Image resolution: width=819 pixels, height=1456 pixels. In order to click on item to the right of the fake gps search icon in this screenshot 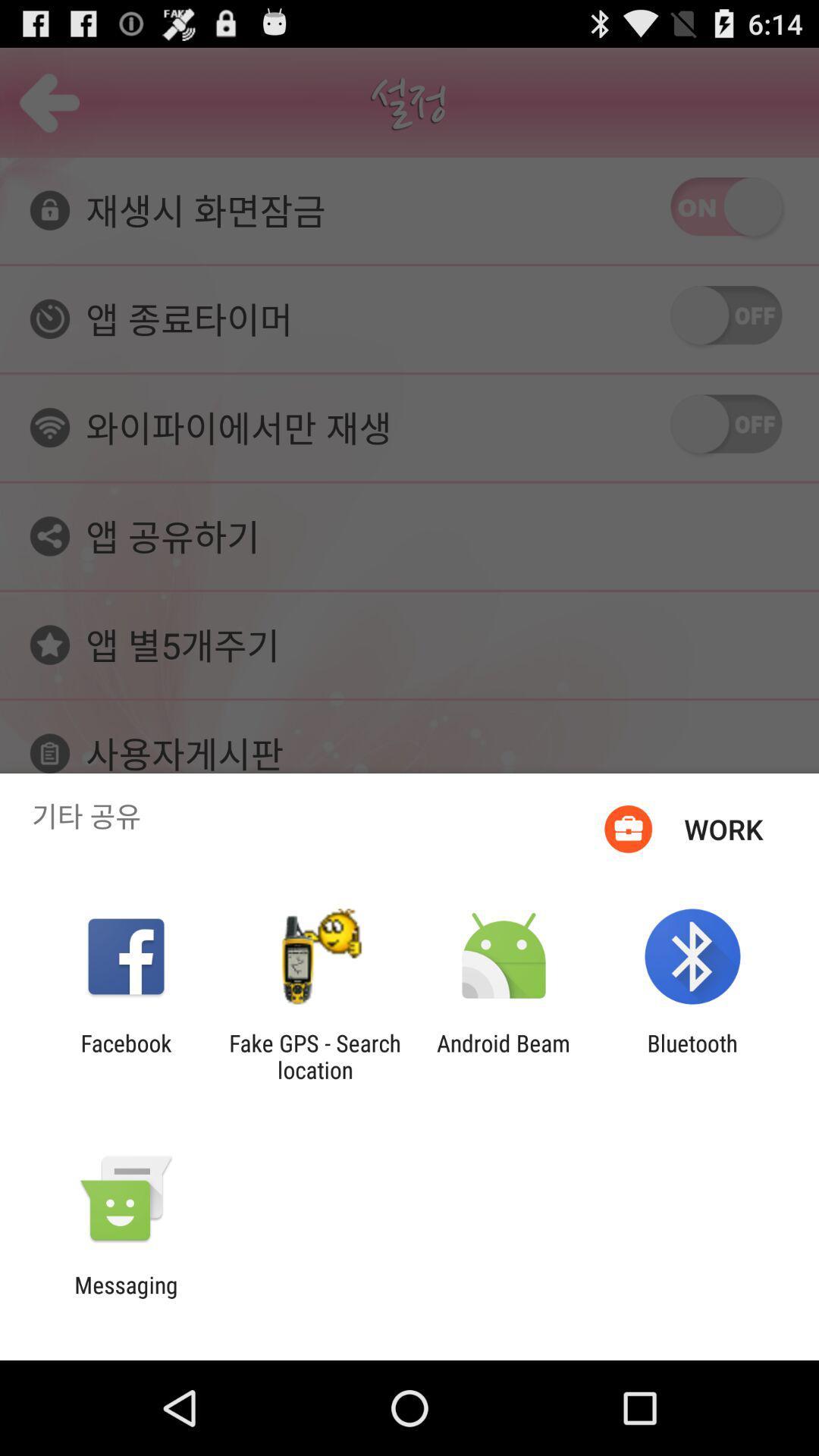, I will do `click(504, 1056)`.